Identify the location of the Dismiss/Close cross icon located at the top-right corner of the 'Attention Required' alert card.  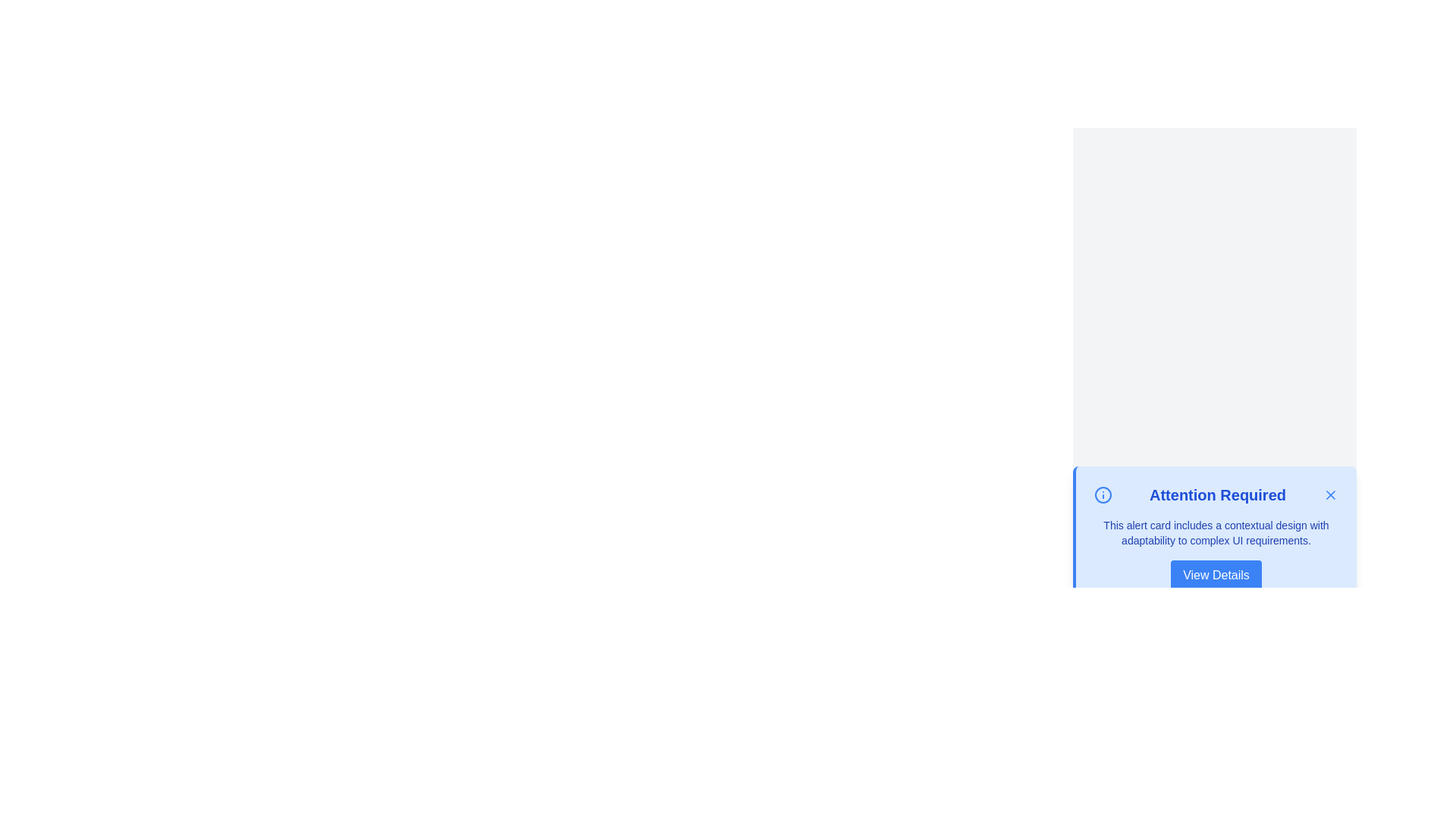
(1330, 494).